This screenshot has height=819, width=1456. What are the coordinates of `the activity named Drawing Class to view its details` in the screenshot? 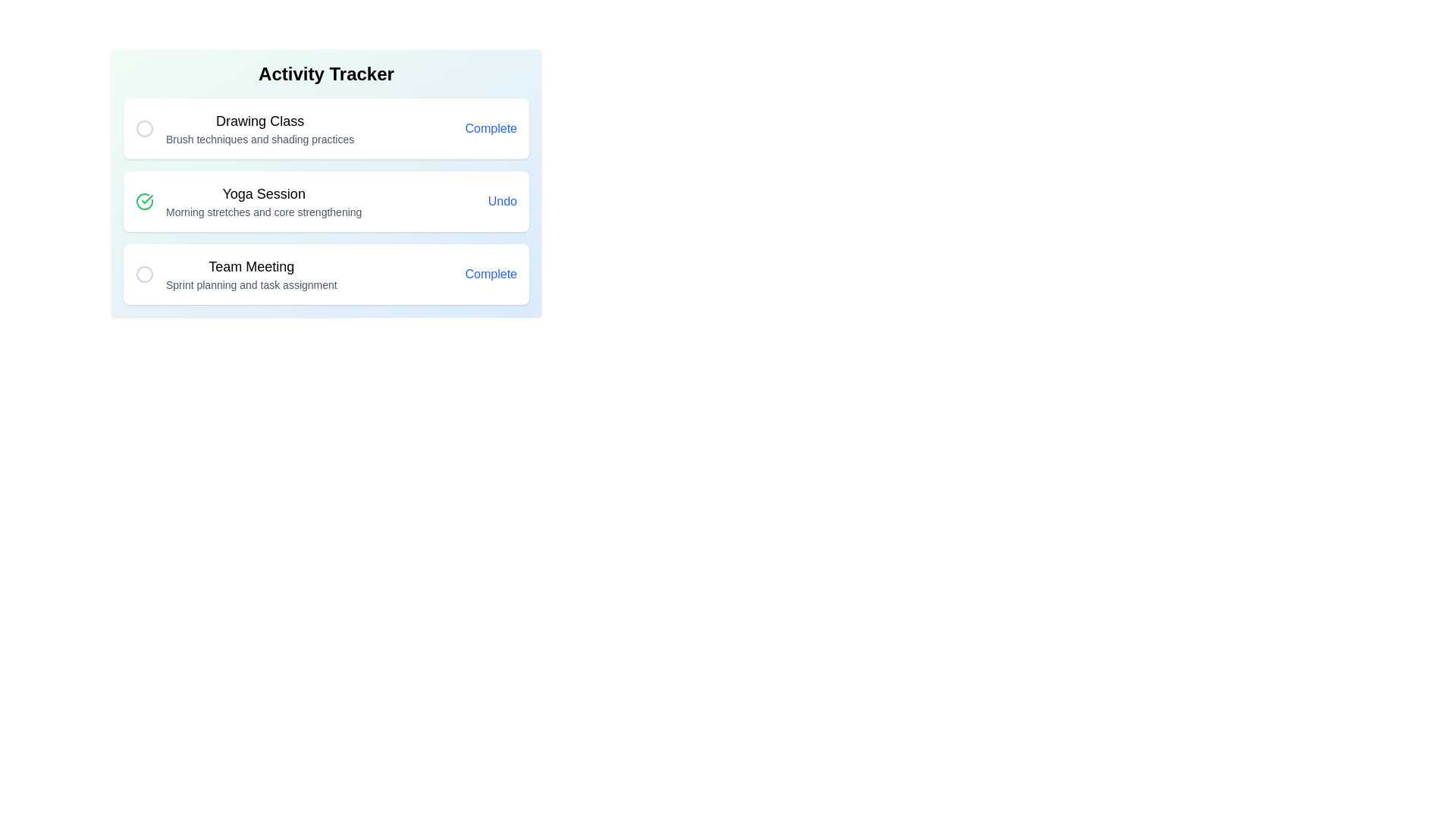 It's located at (259, 127).